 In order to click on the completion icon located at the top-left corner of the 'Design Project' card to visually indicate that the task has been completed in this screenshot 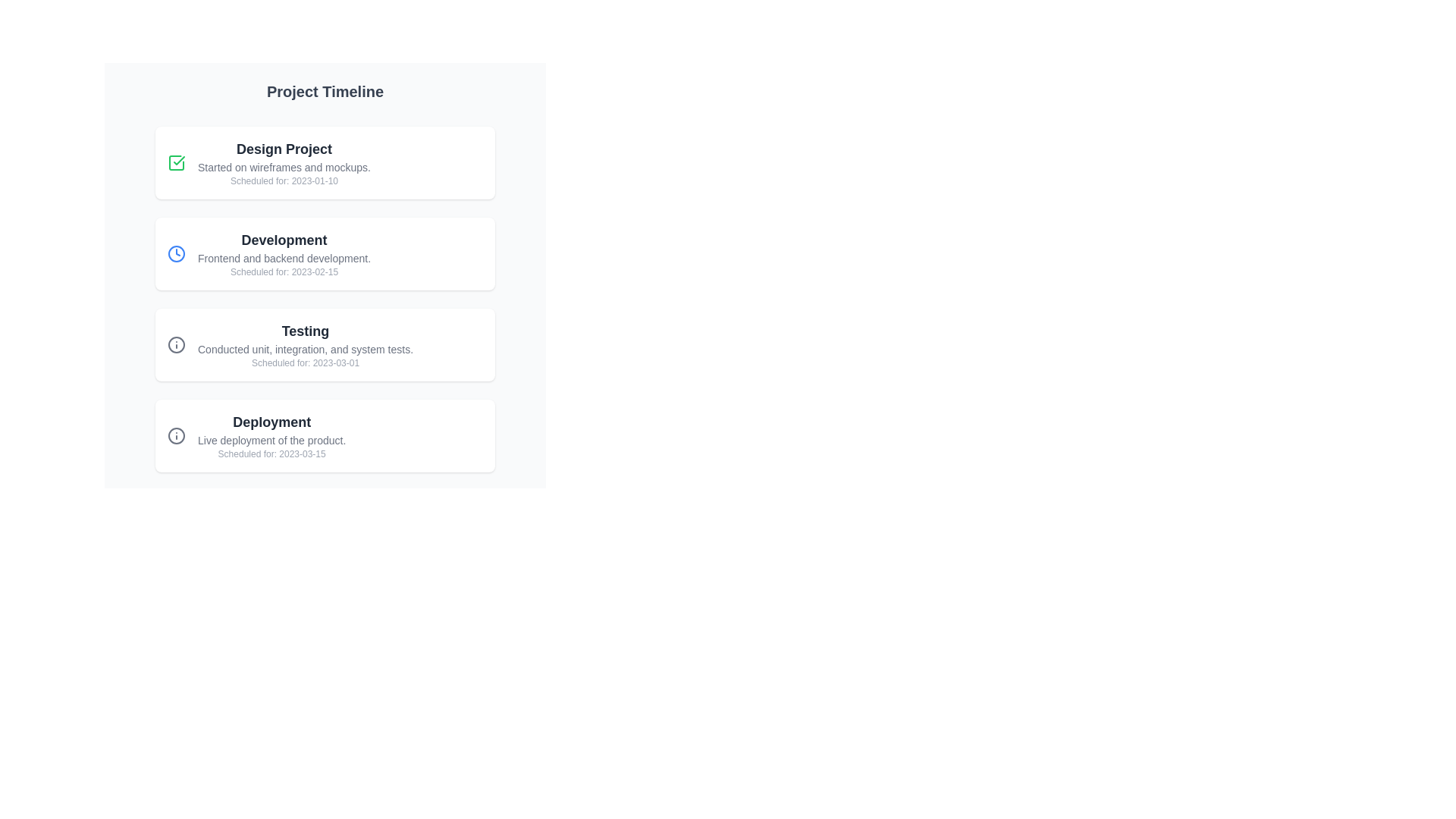, I will do `click(177, 163)`.